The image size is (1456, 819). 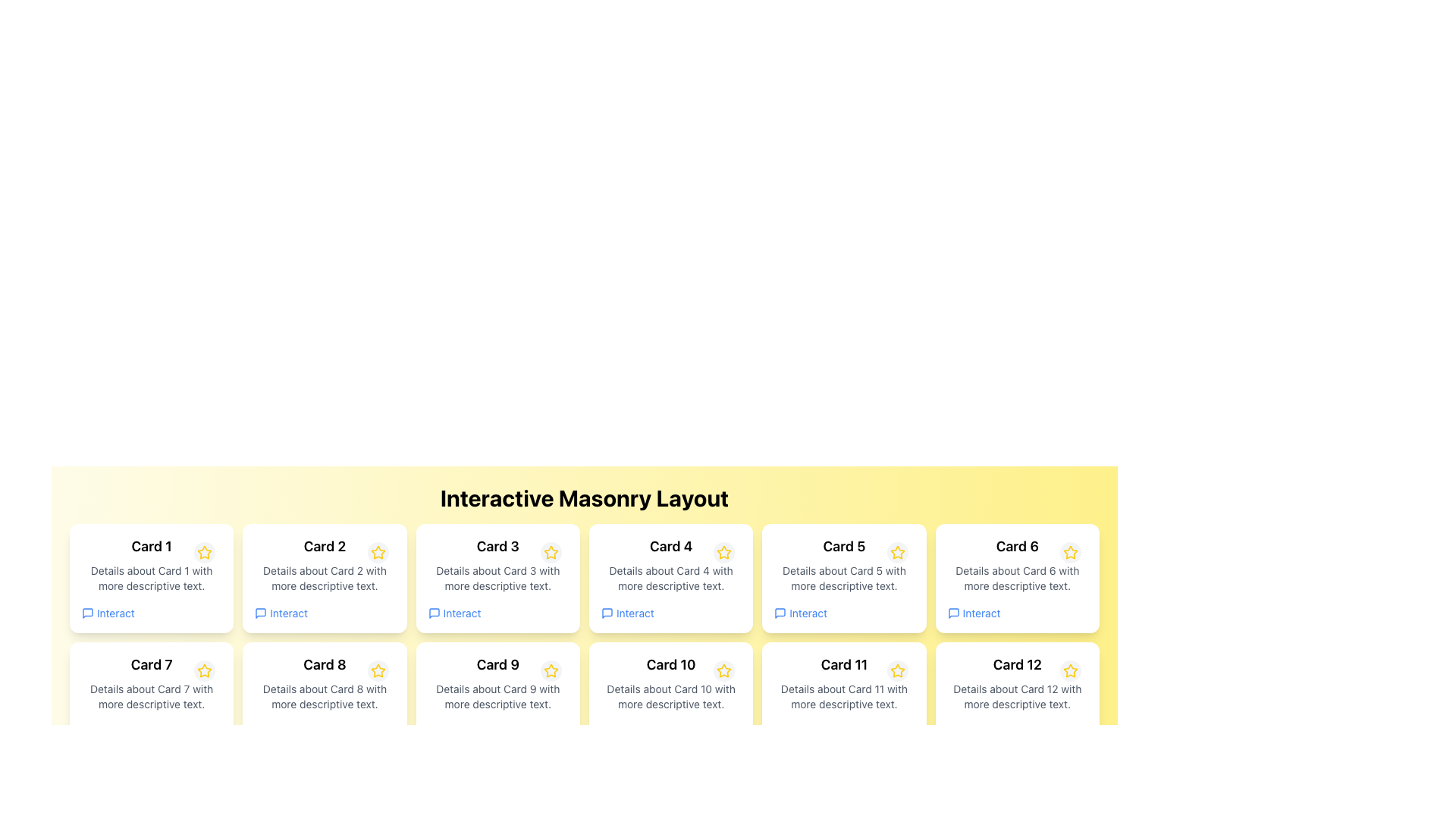 I want to click on the Static Text element containing the text 'Details about Card 8 with more descriptive text.' which is located within Card 8, below the header 'Card 8' and above the 'Interact' link, so click(x=324, y=696).